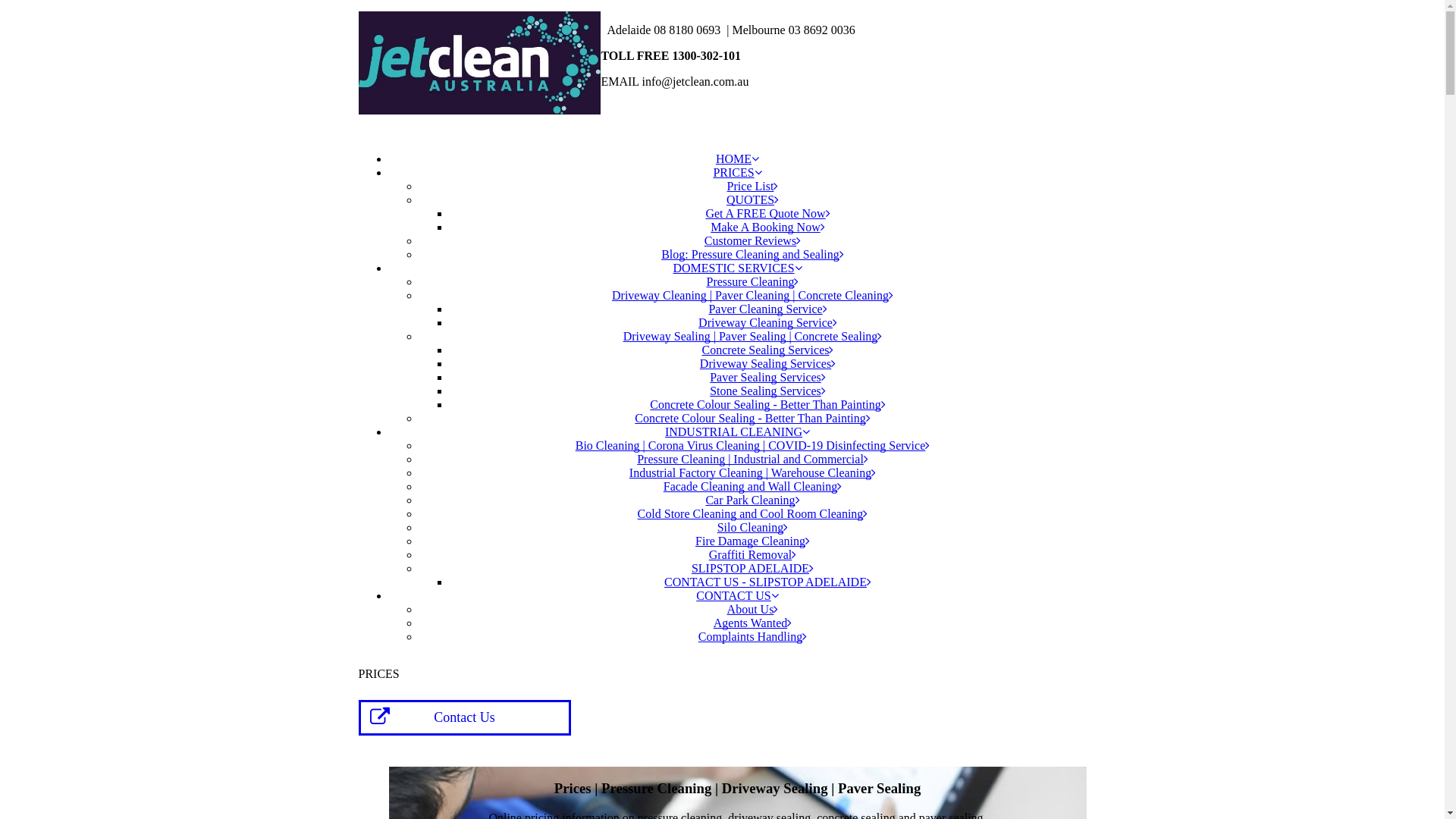 This screenshot has height=819, width=1456. Describe the element at coordinates (753, 185) in the screenshot. I see `'Price List'` at that location.